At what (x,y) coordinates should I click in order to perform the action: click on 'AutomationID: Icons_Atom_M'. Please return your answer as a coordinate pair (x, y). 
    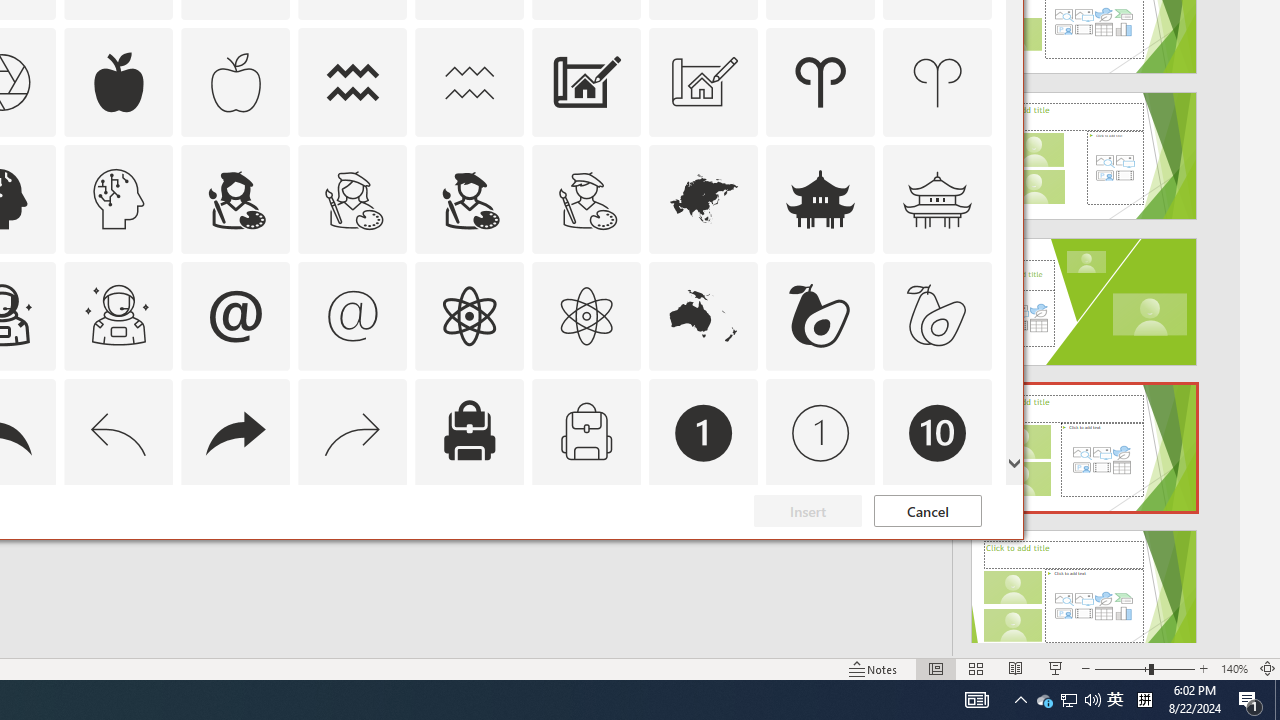
    Looking at the image, I should click on (585, 315).